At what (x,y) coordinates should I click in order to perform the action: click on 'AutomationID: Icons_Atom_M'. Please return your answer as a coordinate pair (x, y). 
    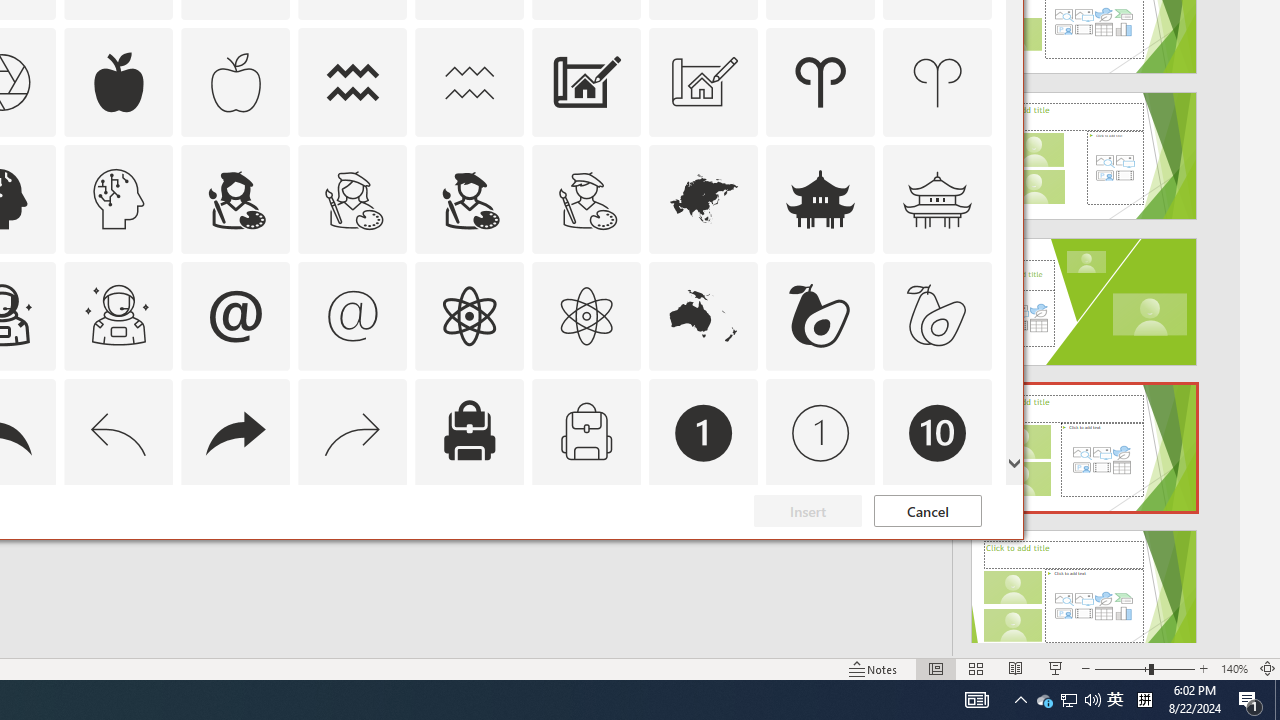
    Looking at the image, I should click on (585, 315).